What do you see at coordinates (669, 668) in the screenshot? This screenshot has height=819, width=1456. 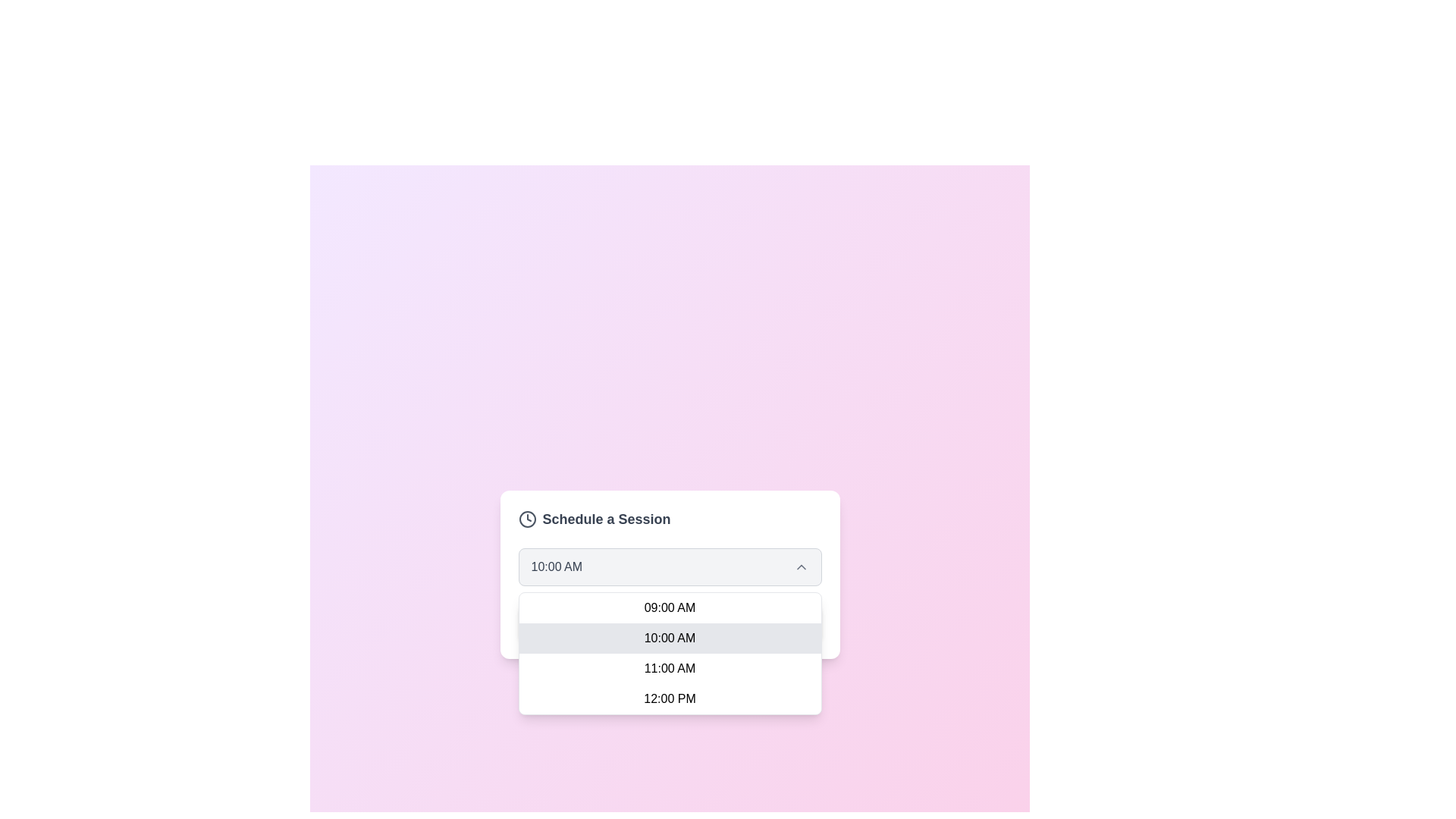 I see `the third item in the scheduling dropdown menu` at bounding box center [669, 668].